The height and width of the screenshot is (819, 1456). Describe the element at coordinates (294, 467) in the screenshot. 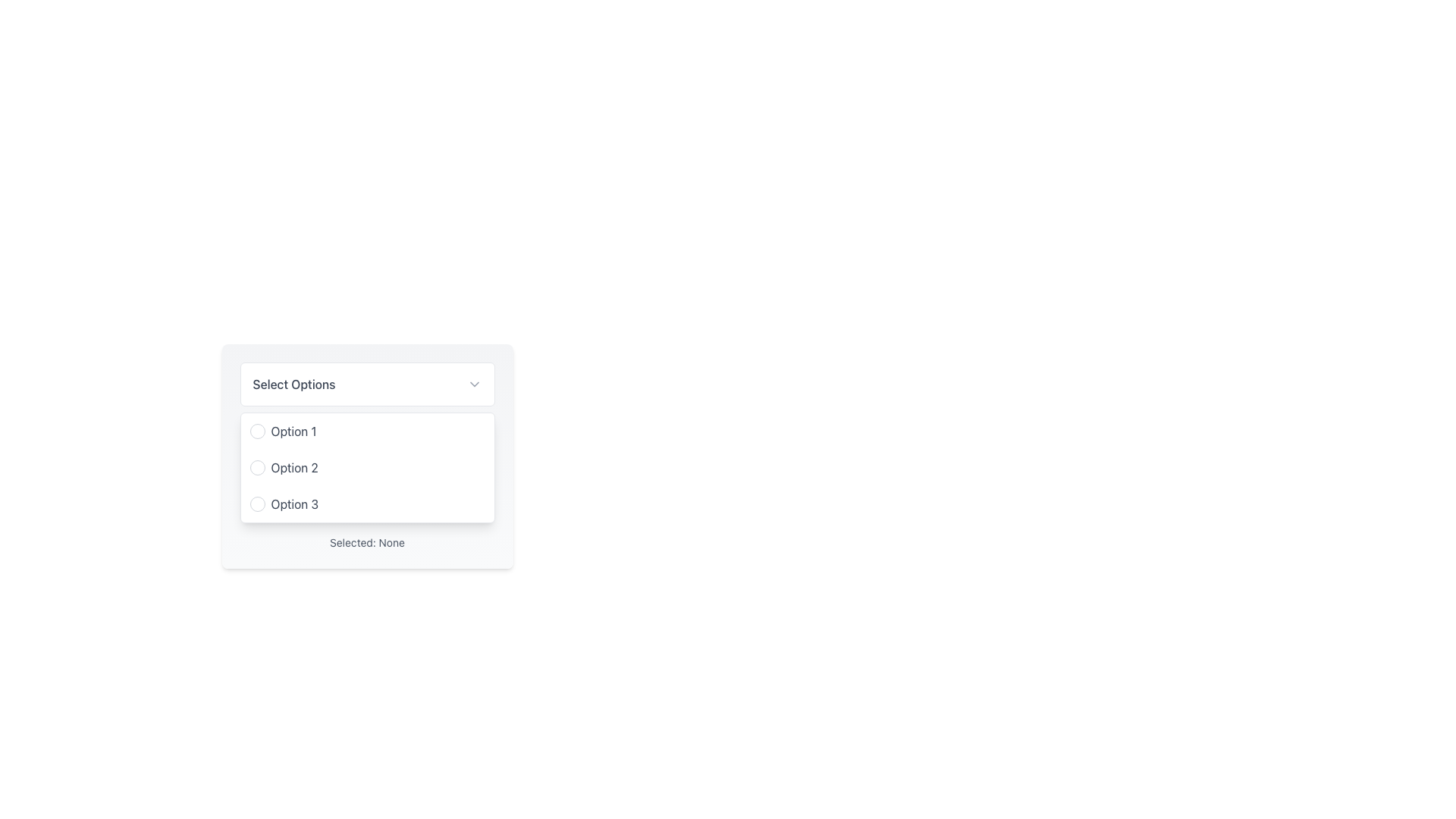

I see `the label element displaying 'Option 2', which is styled in medium gray and positioned adjacent to a circular radio button as the second item in a vertical list of options` at that location.